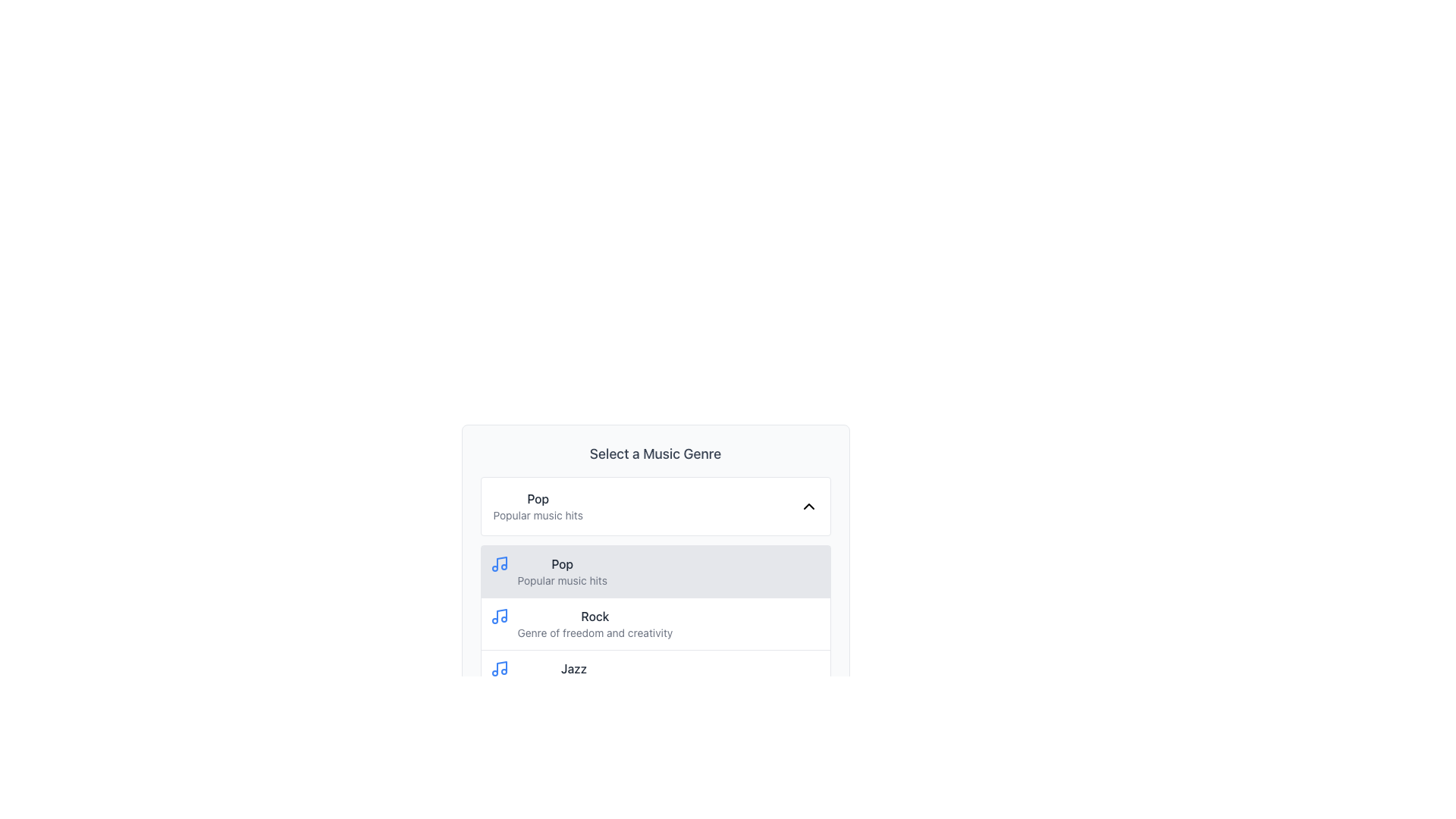 The height and width of the screenshot is (819, 1456). Describe the element at coordinates (561, 571) in the screenshot. I see `the second entry in the list of music genres, which is labeled 'Popular music hits' and has a blue musical note icon to its left` at that location.